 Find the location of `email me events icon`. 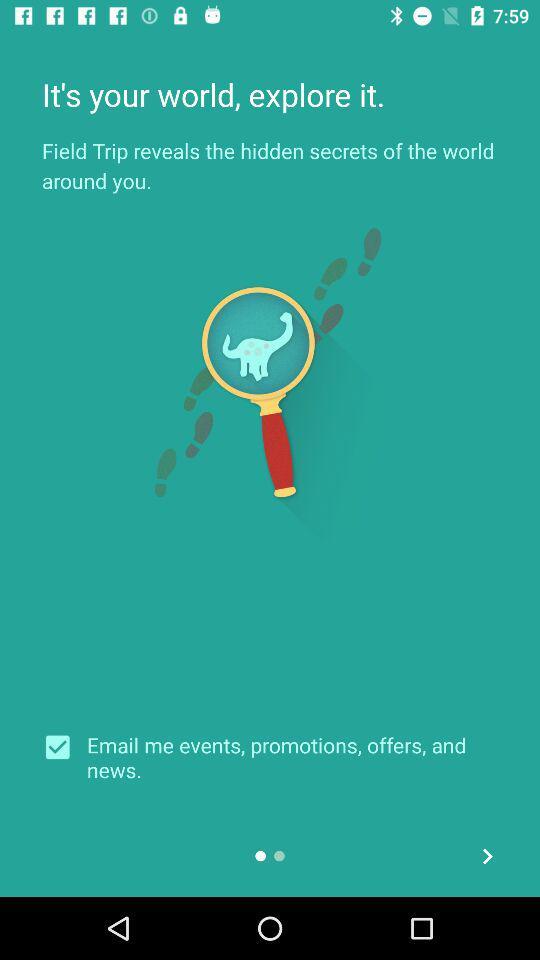

email me events icon is located at coordinates (291, 756).